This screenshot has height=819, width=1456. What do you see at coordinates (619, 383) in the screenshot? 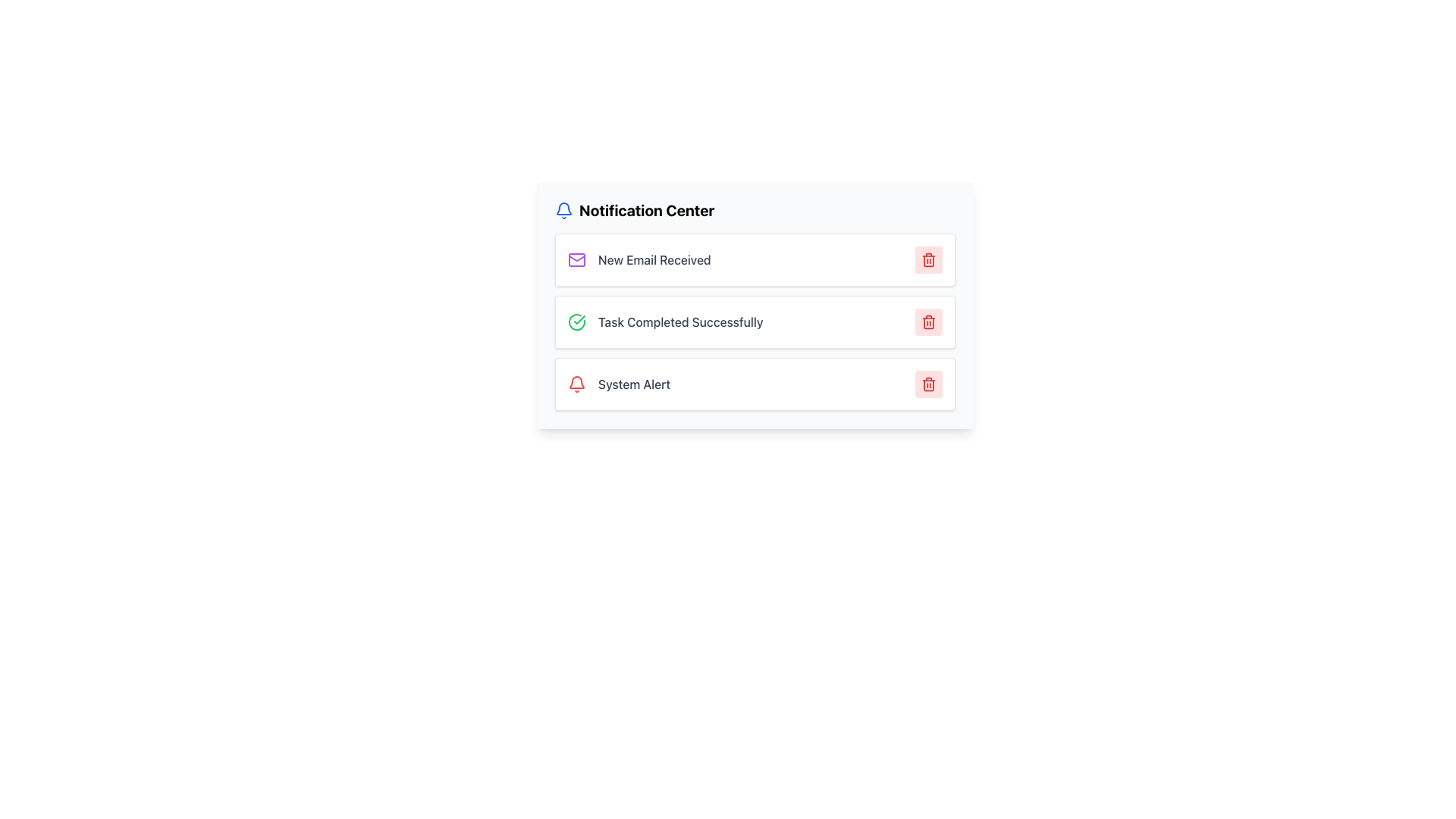
I see `the 'System Alert' Notification item located in the third row of the Notification Center` at bounding box center [619, 383].